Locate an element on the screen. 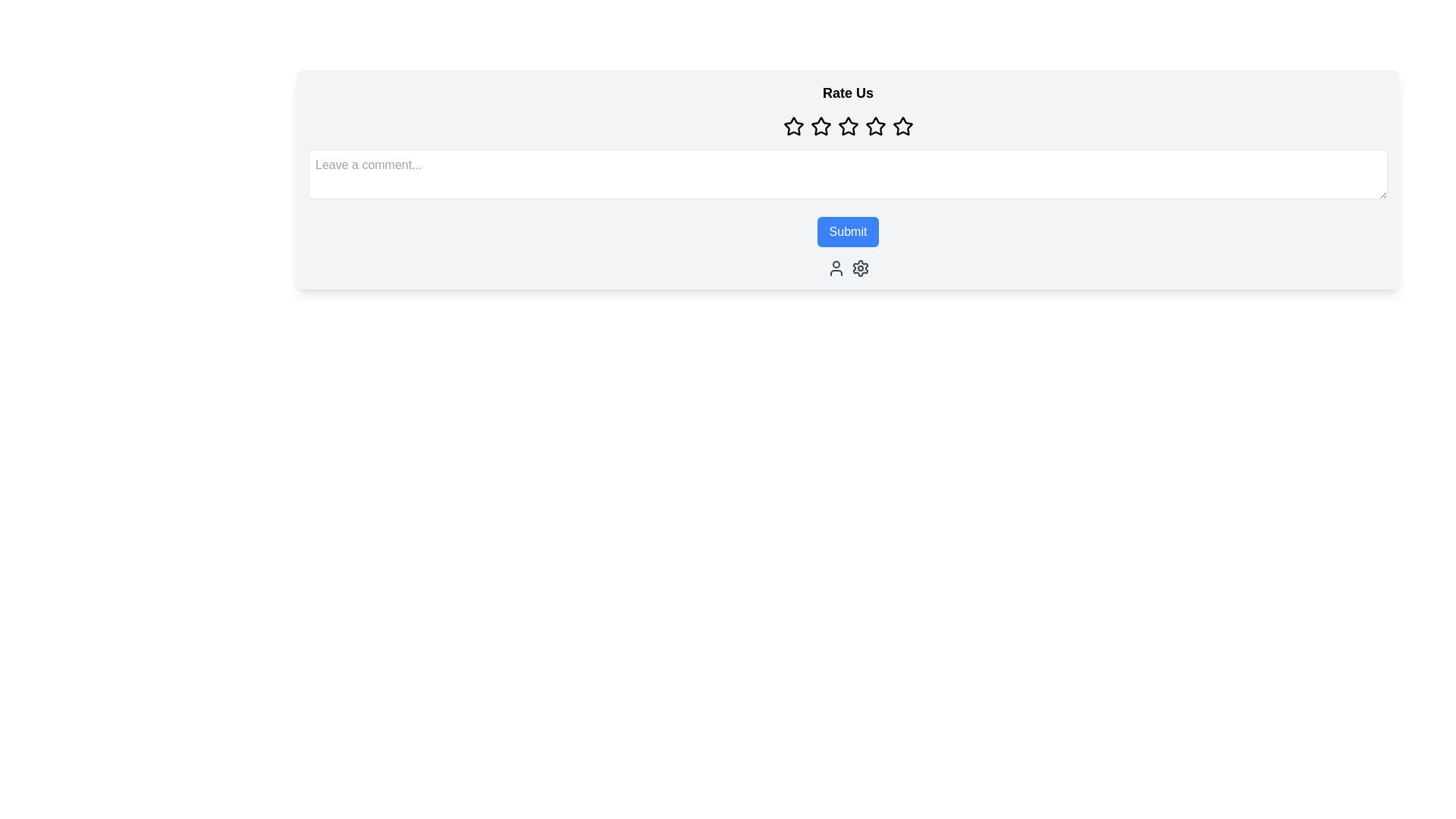 Image resolution: width=1456 pixels, height=819 pixels. the first star-shaped icon under the 'Rate Us' header is located at coordinates (792, 125).